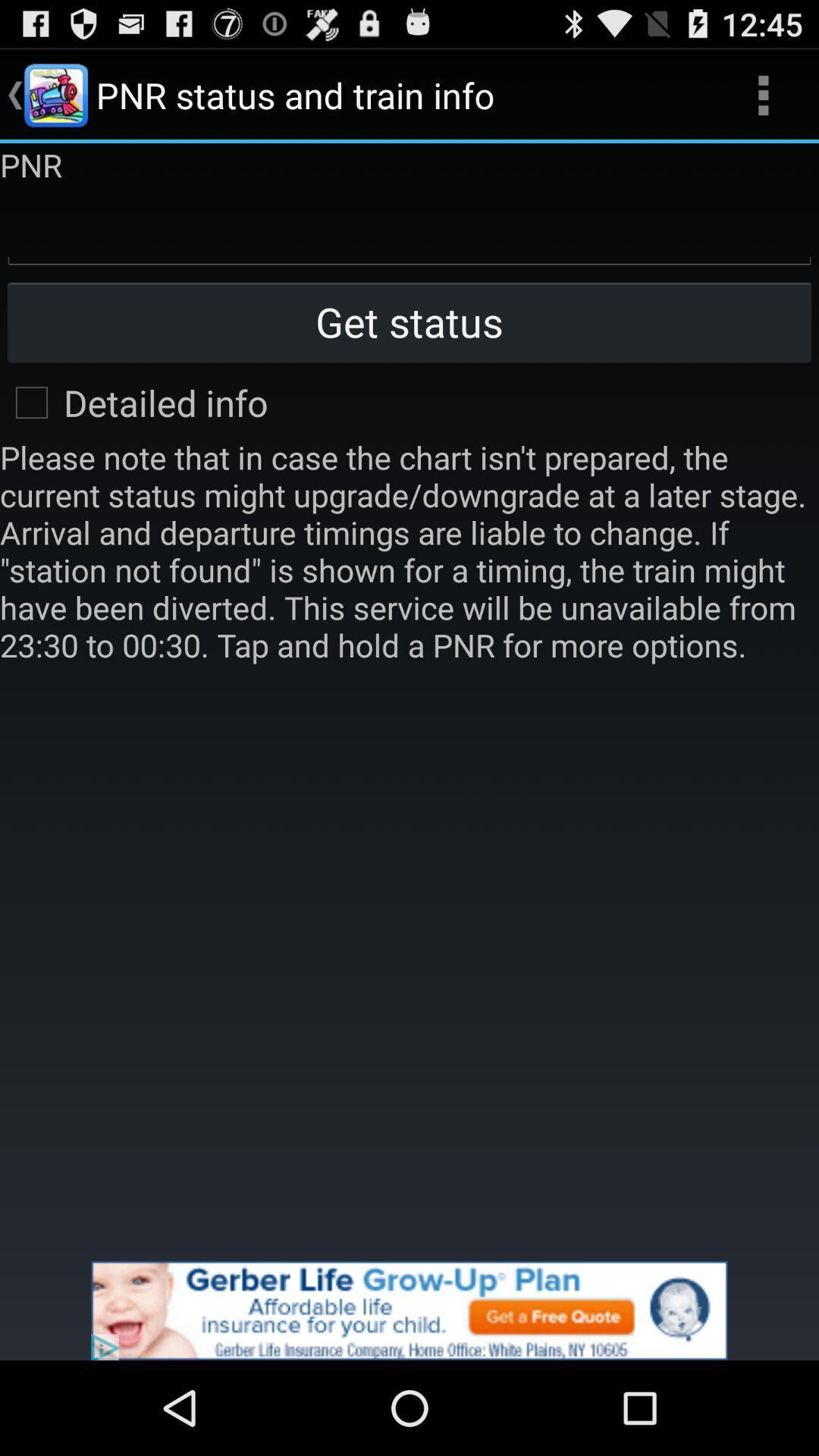 Image resolution: width=819 pixels, height=1456 pixels. Describe the element at coordinates (409, 1310) in the screenshot. I see `its an advertisement` at that location.